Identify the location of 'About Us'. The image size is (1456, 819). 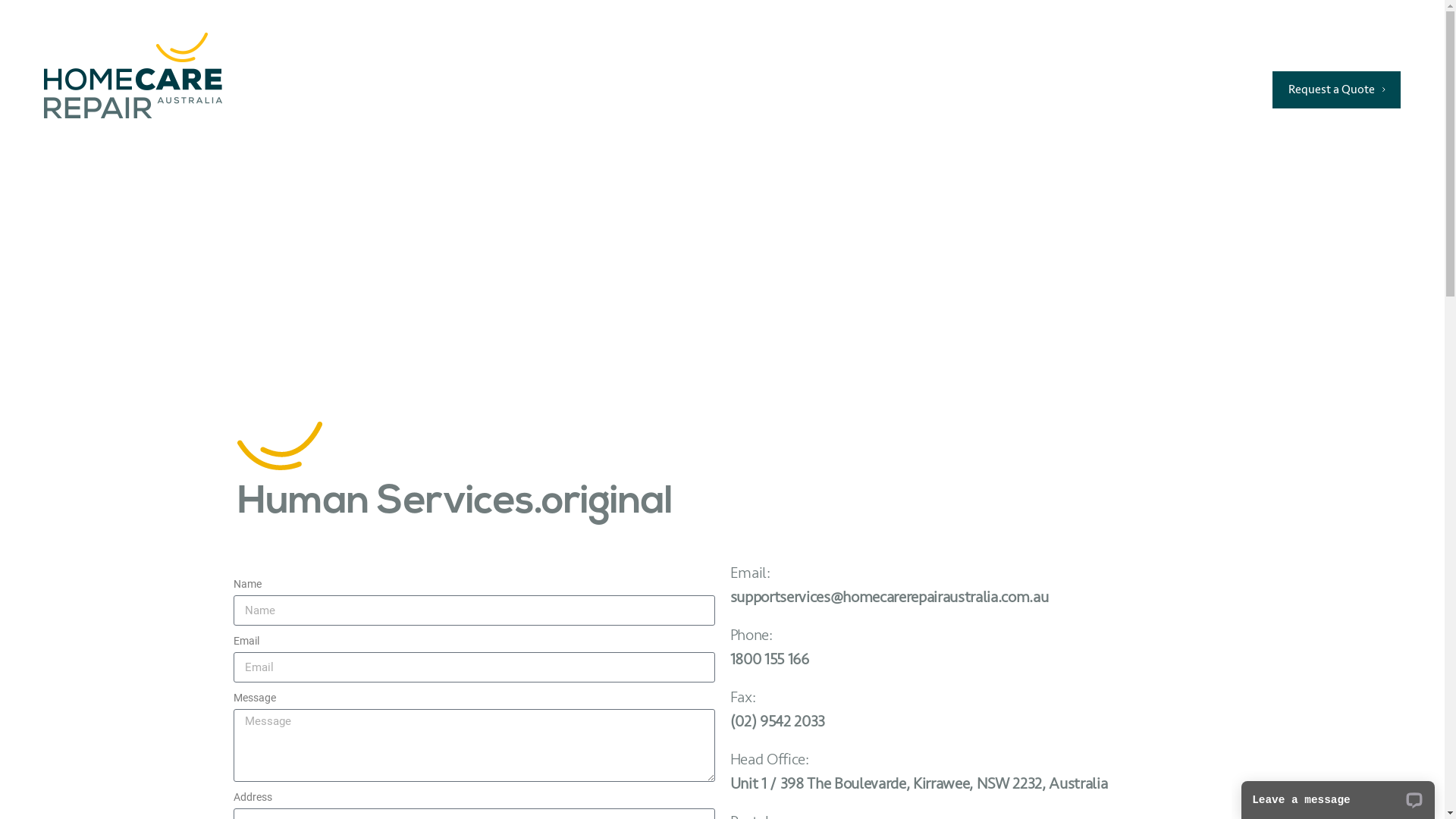
(933, 89).